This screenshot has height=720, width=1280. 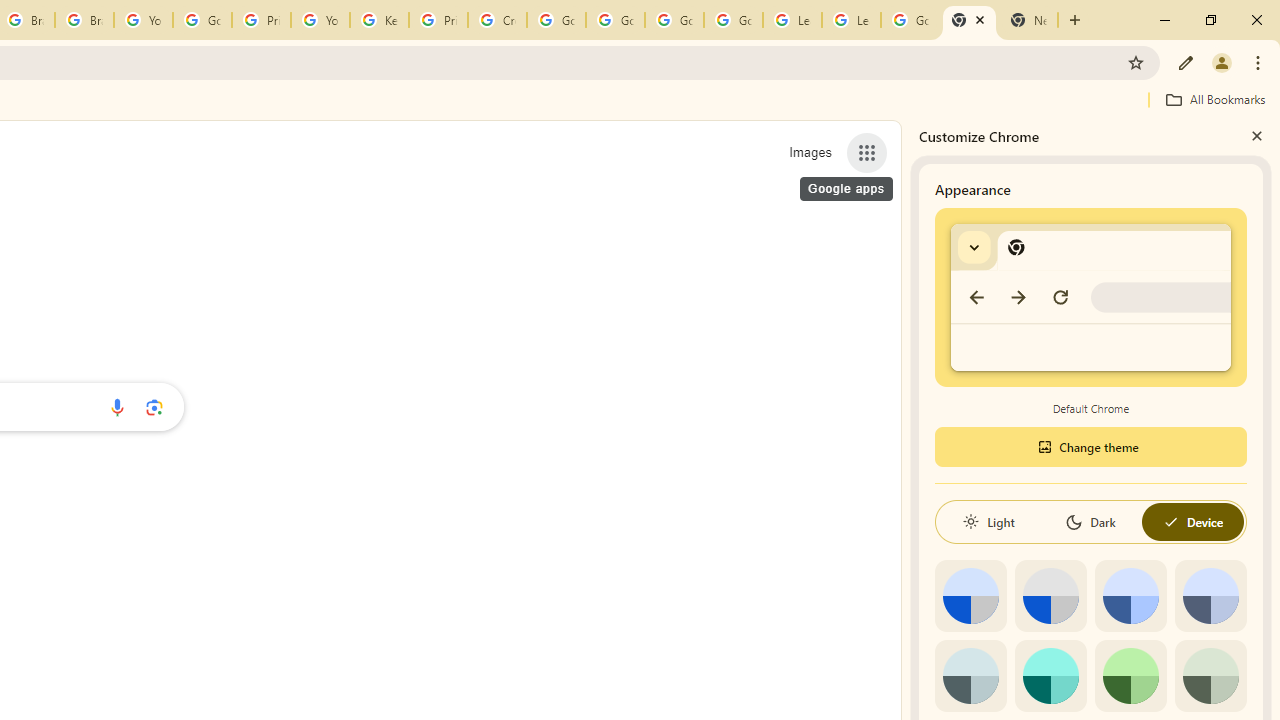 What do you see at coordinates (1028, 20) in the screenshot?
I see `'New Tab'` at bounding box center [1028, 20].